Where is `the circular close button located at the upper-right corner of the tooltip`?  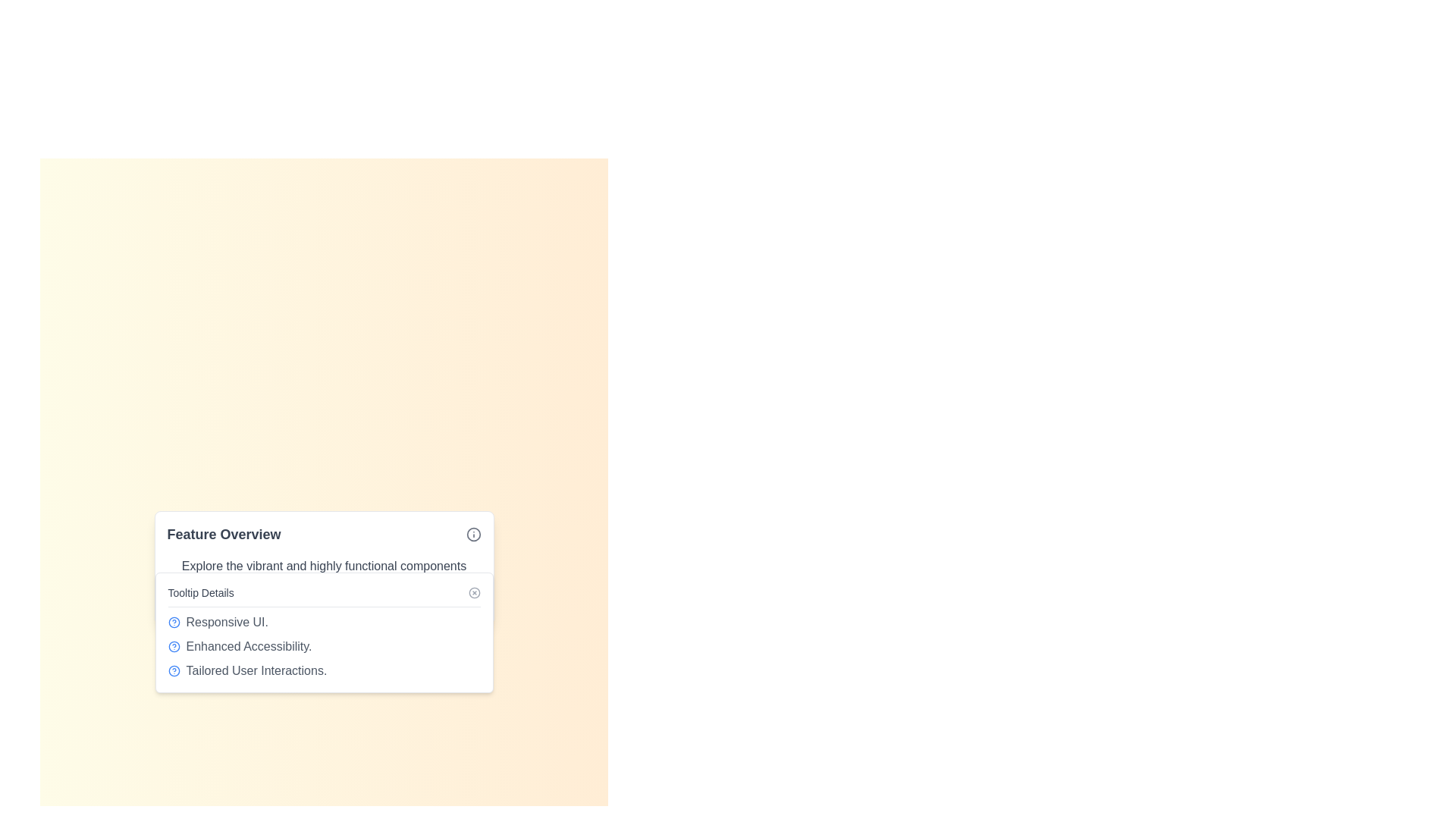 the circular close button located at the upper-right corner of the tooltip is located at coordinates (473, 592).